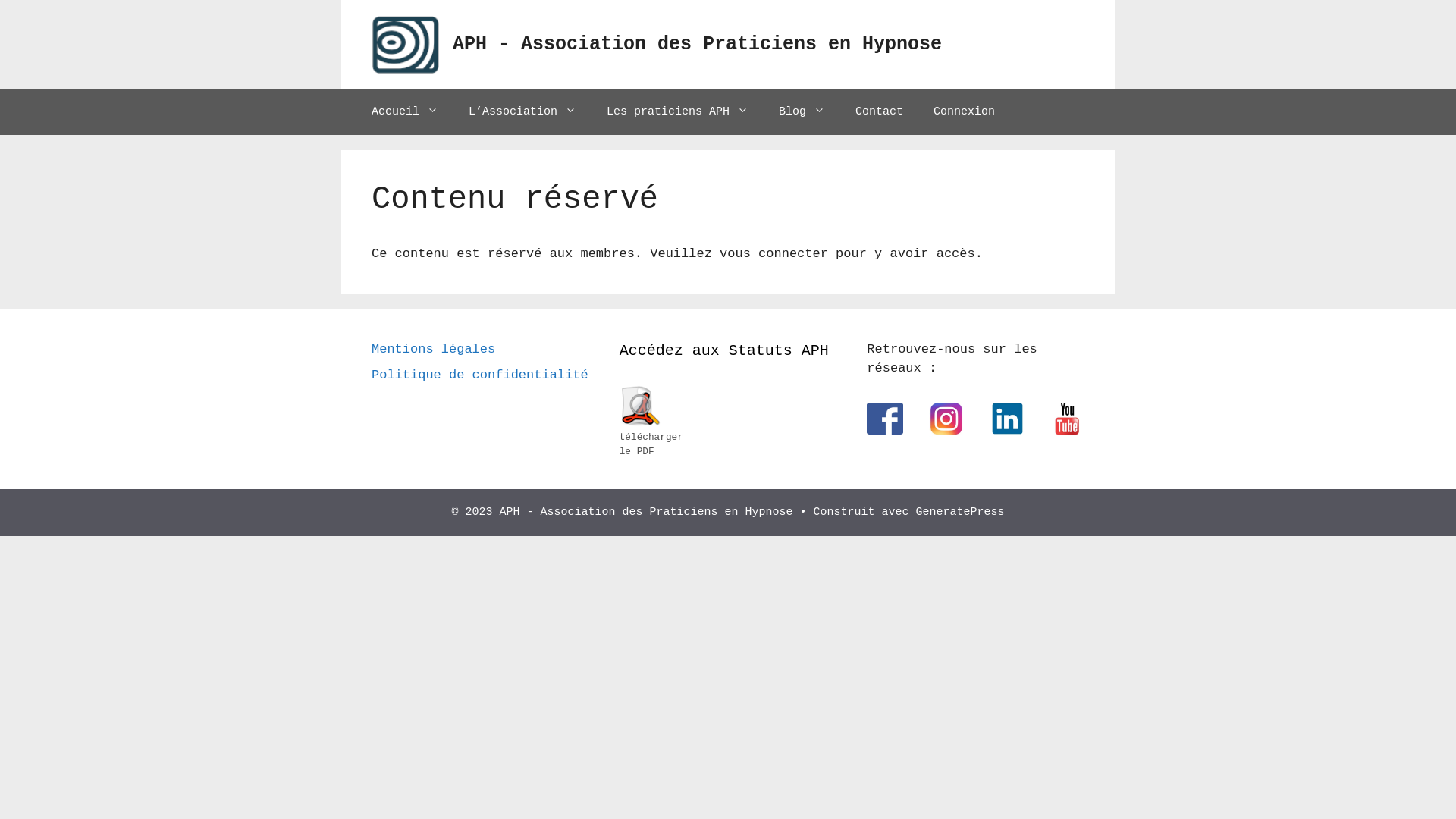  What do you see at coordinates (959, 512) in the screenshot?
I see `'GeneratePress'` at bounding box center [959, 512].